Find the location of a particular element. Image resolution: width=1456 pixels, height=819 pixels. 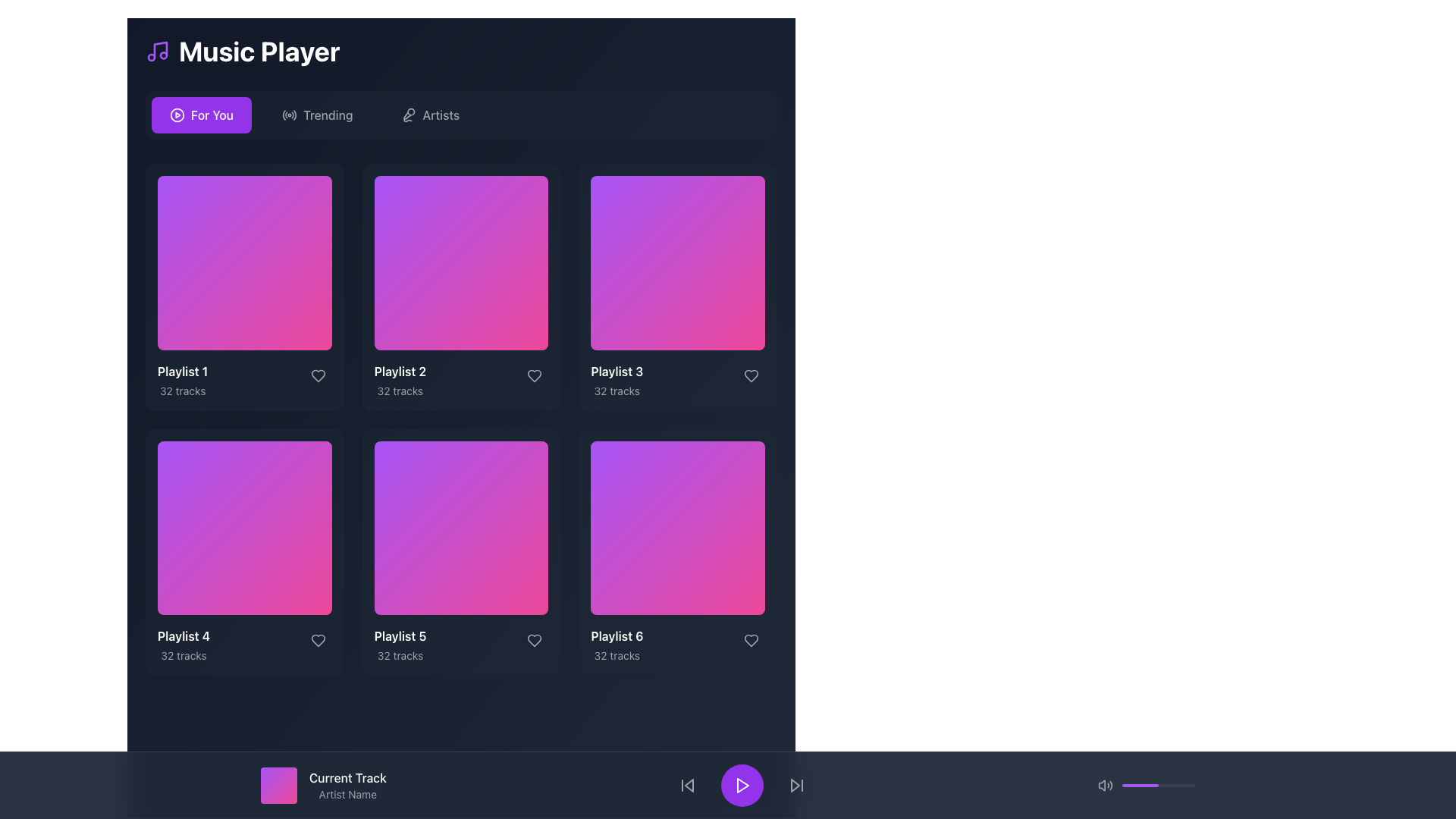

the music branding icon located in the top header section, to the left of the 'Music Player' label is located at coordinates (157, 51).